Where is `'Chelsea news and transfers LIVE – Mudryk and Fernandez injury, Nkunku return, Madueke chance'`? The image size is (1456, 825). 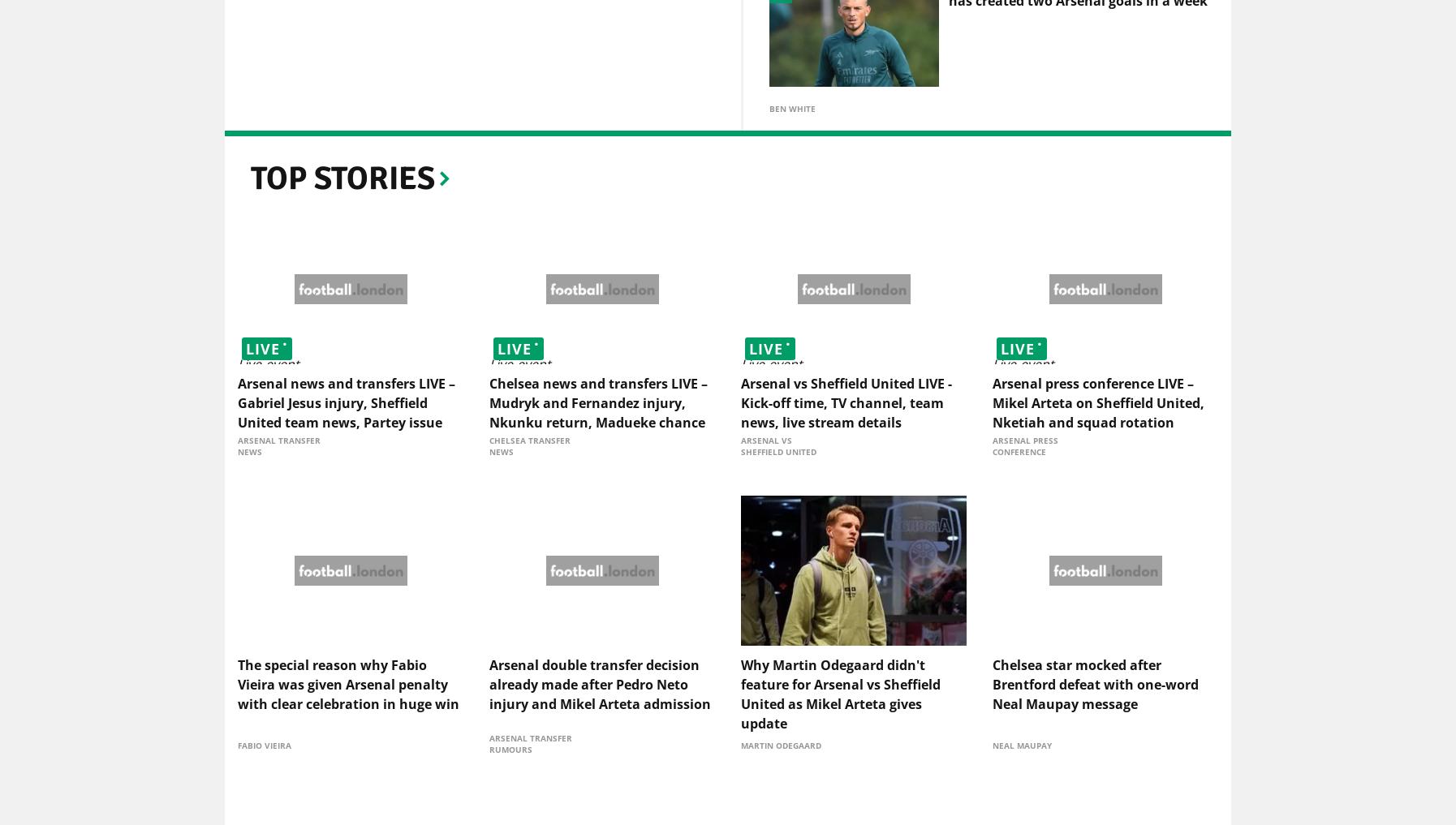
'Chelsea news and transfers LIVE – Mudryk and Fernandez injury, Nkunku return, Madueke chance' is located at coordinates (598, 404).